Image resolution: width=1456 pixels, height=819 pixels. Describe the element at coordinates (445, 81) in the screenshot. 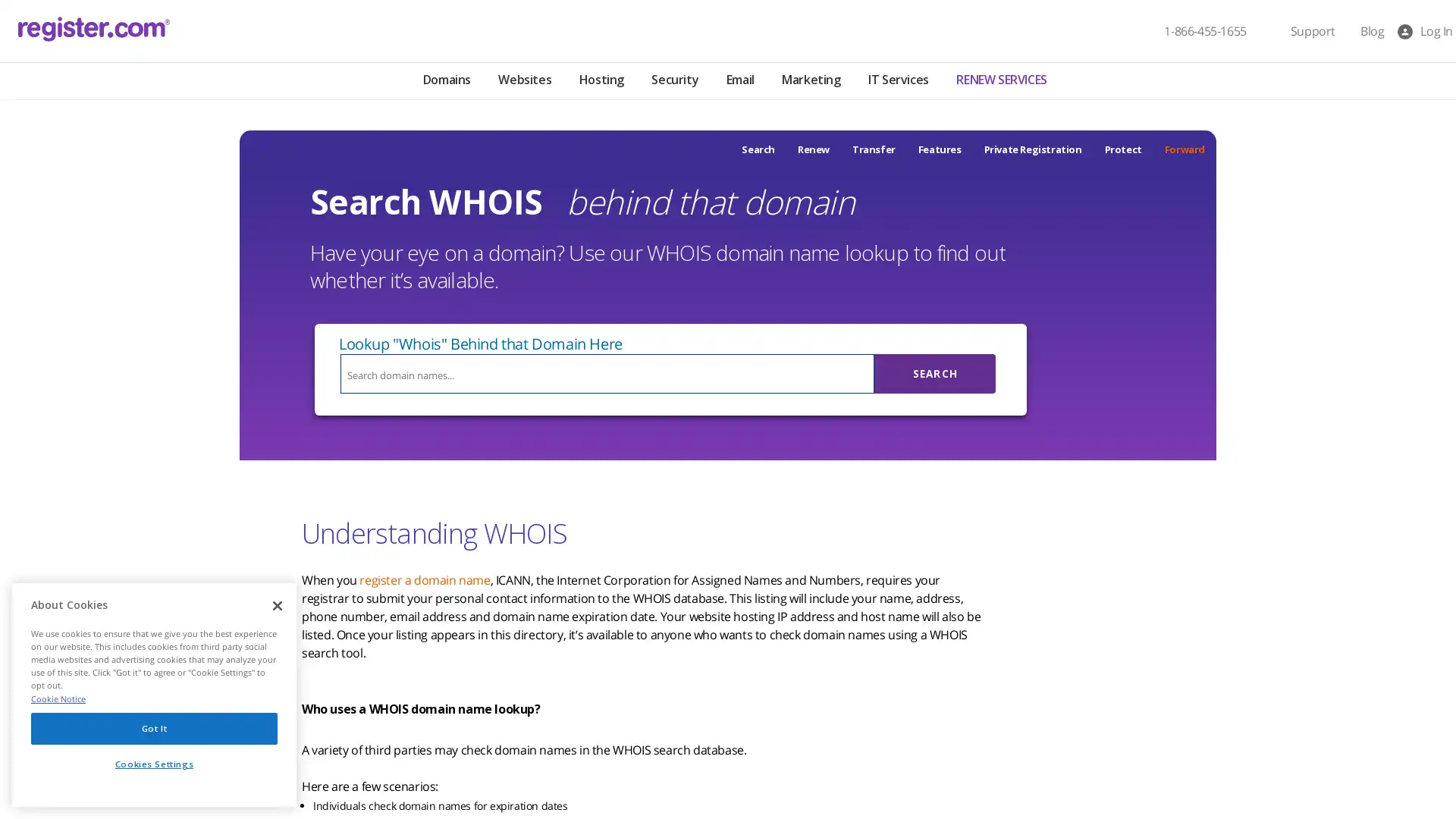

I see `Domains` at that location.